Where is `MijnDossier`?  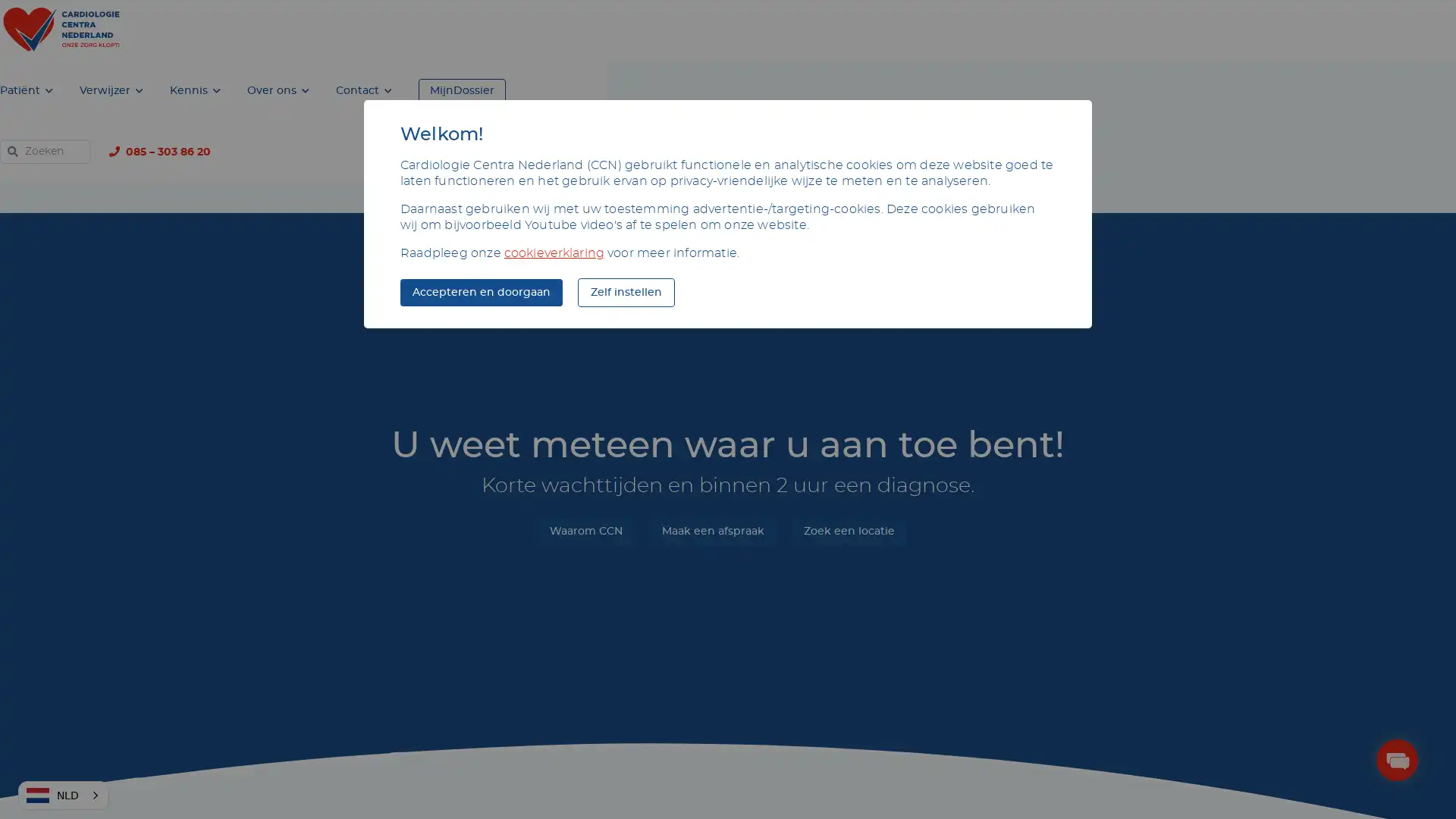
MijnDossier is located at coordinates (986, 30).